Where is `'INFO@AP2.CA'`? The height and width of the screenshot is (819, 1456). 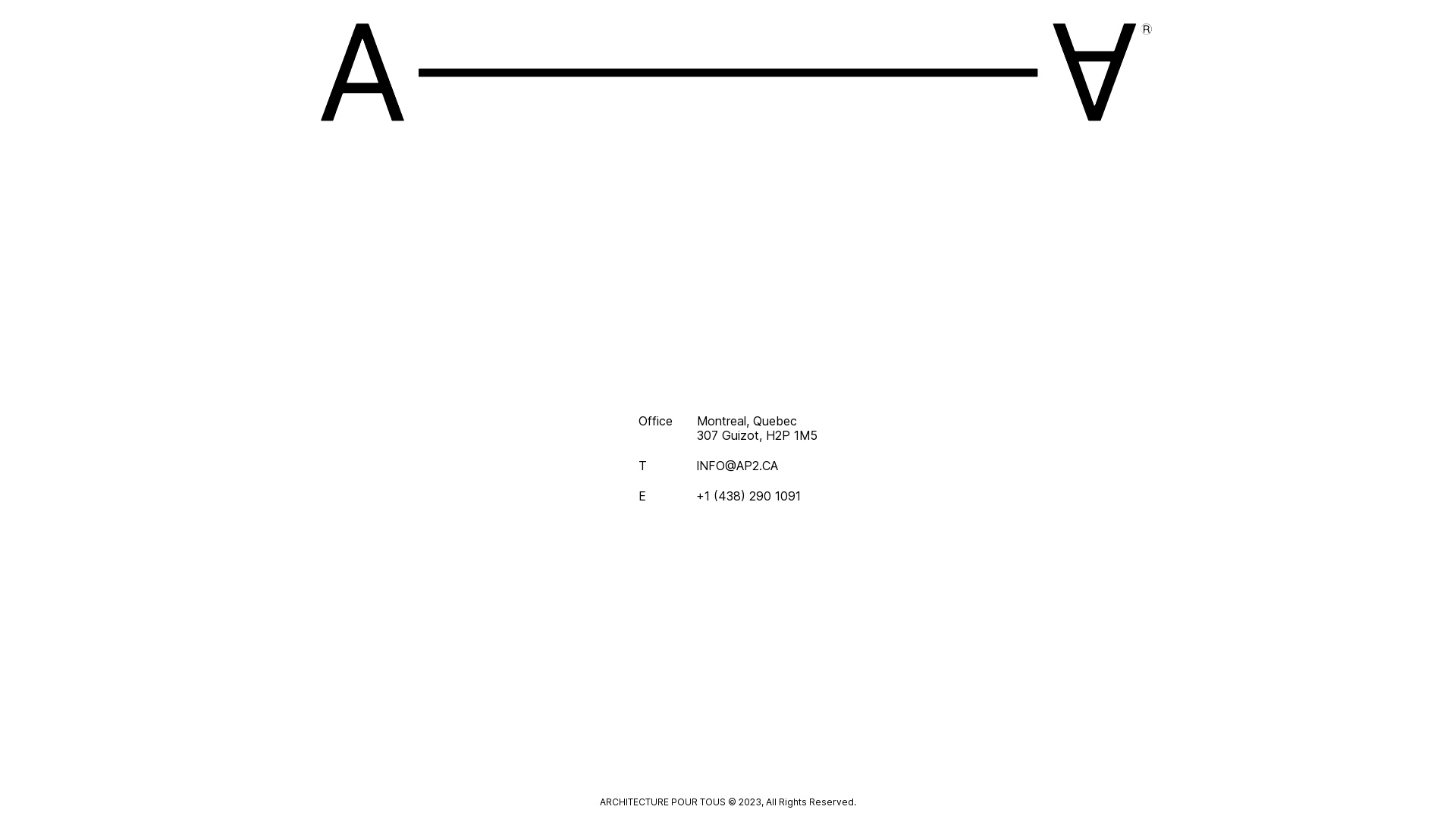
'INFO@AP2.CA' is located at coordinates (695, 465).